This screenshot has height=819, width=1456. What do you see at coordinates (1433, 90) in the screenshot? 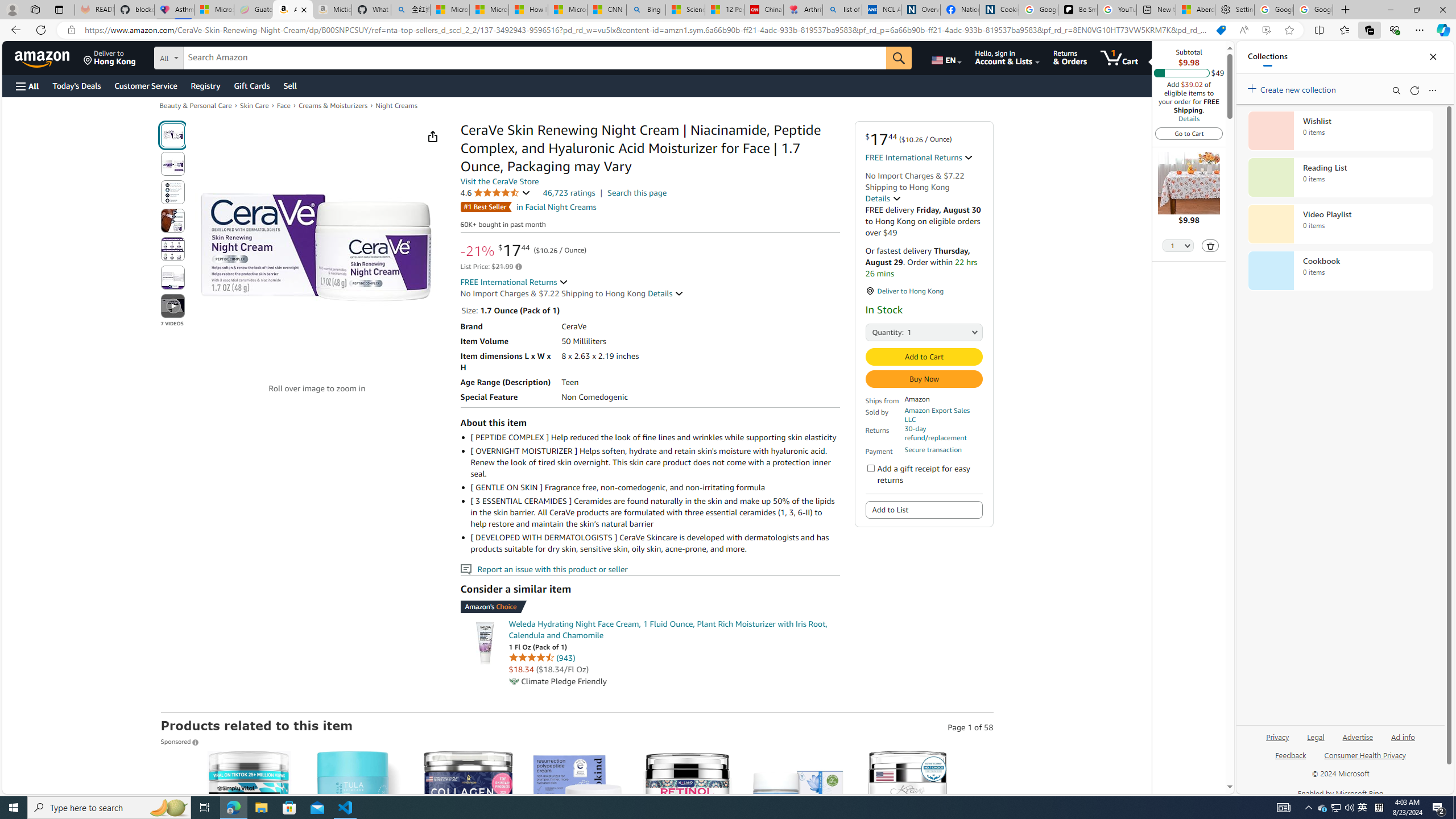
I see `'More options menu'` at bounding box center [1433, 90].